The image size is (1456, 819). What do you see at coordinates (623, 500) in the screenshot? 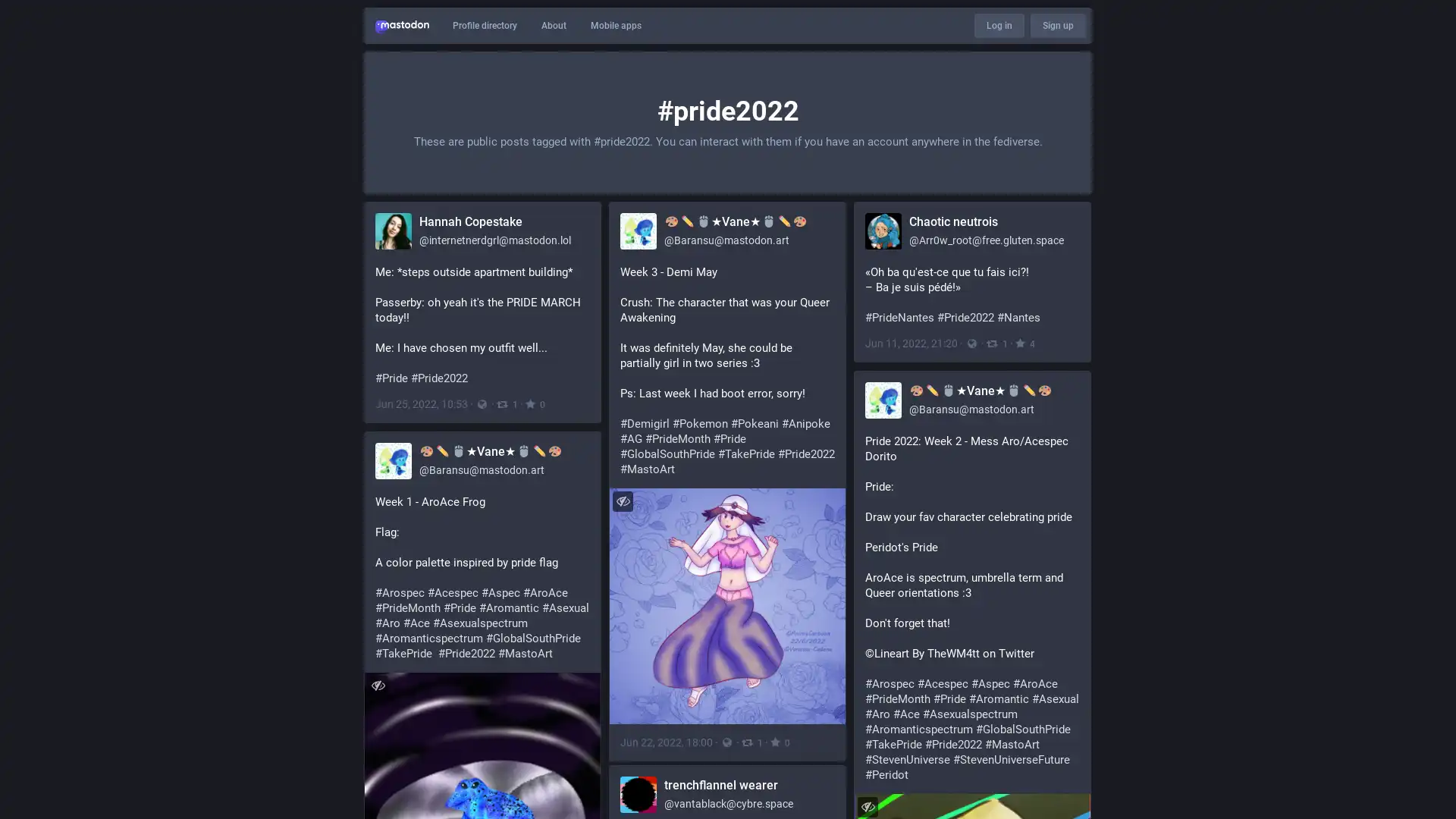
I see `Hide image` at bounding box center [623, 500].